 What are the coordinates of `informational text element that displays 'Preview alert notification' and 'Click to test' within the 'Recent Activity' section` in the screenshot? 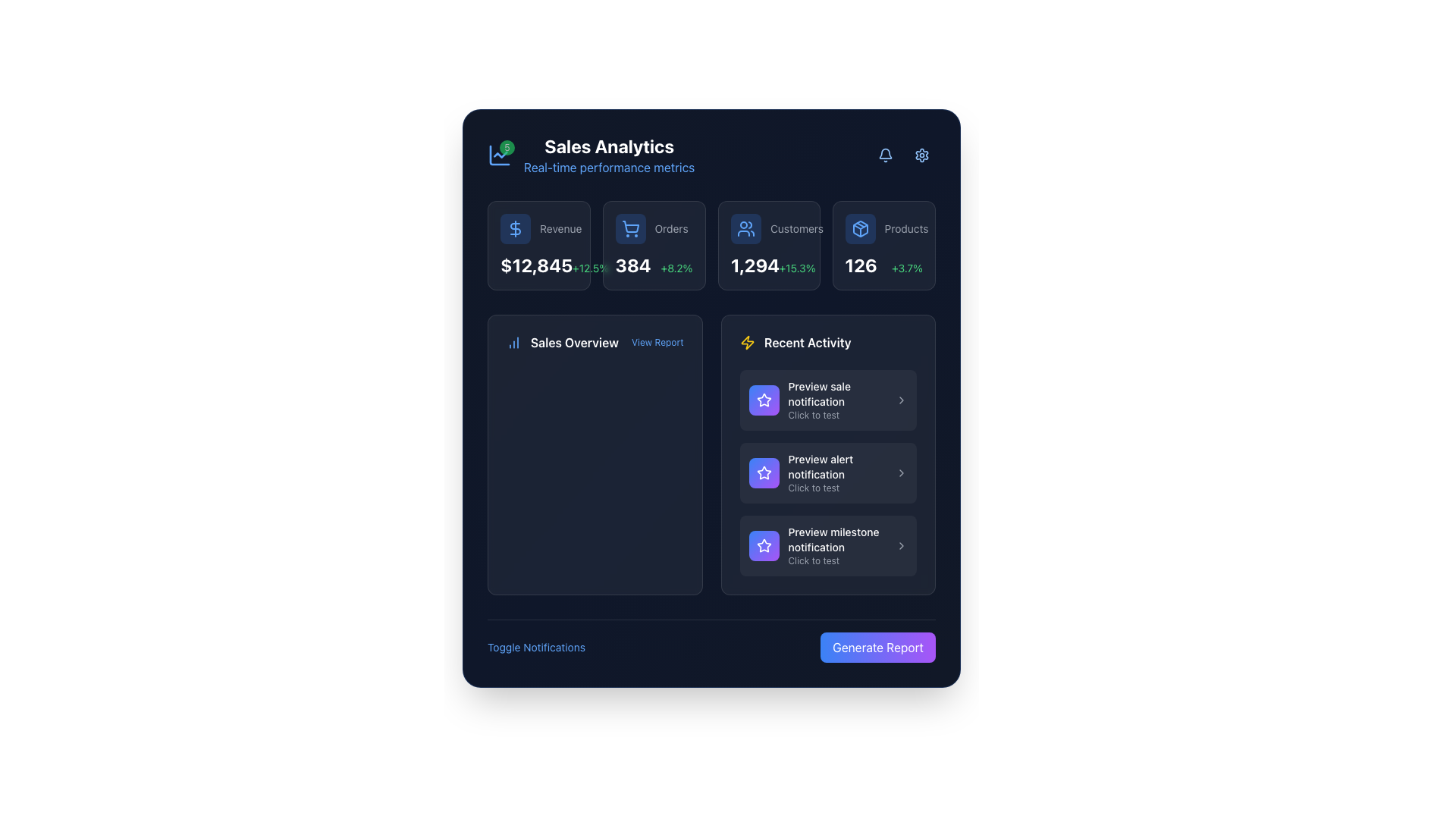 It's located at (836, 472).